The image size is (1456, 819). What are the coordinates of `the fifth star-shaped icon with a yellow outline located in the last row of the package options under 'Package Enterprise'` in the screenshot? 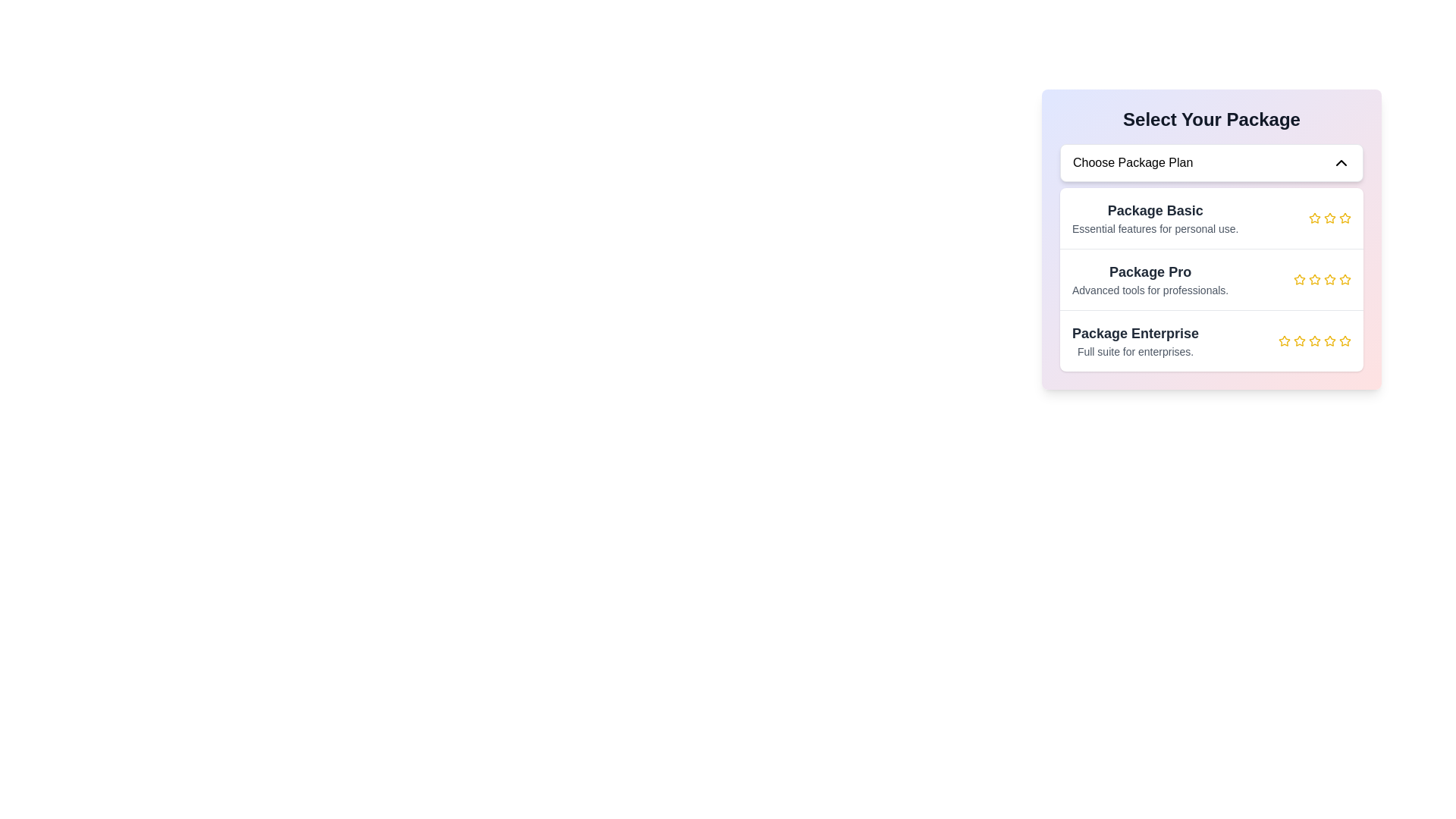 It's located at (1344, 339).